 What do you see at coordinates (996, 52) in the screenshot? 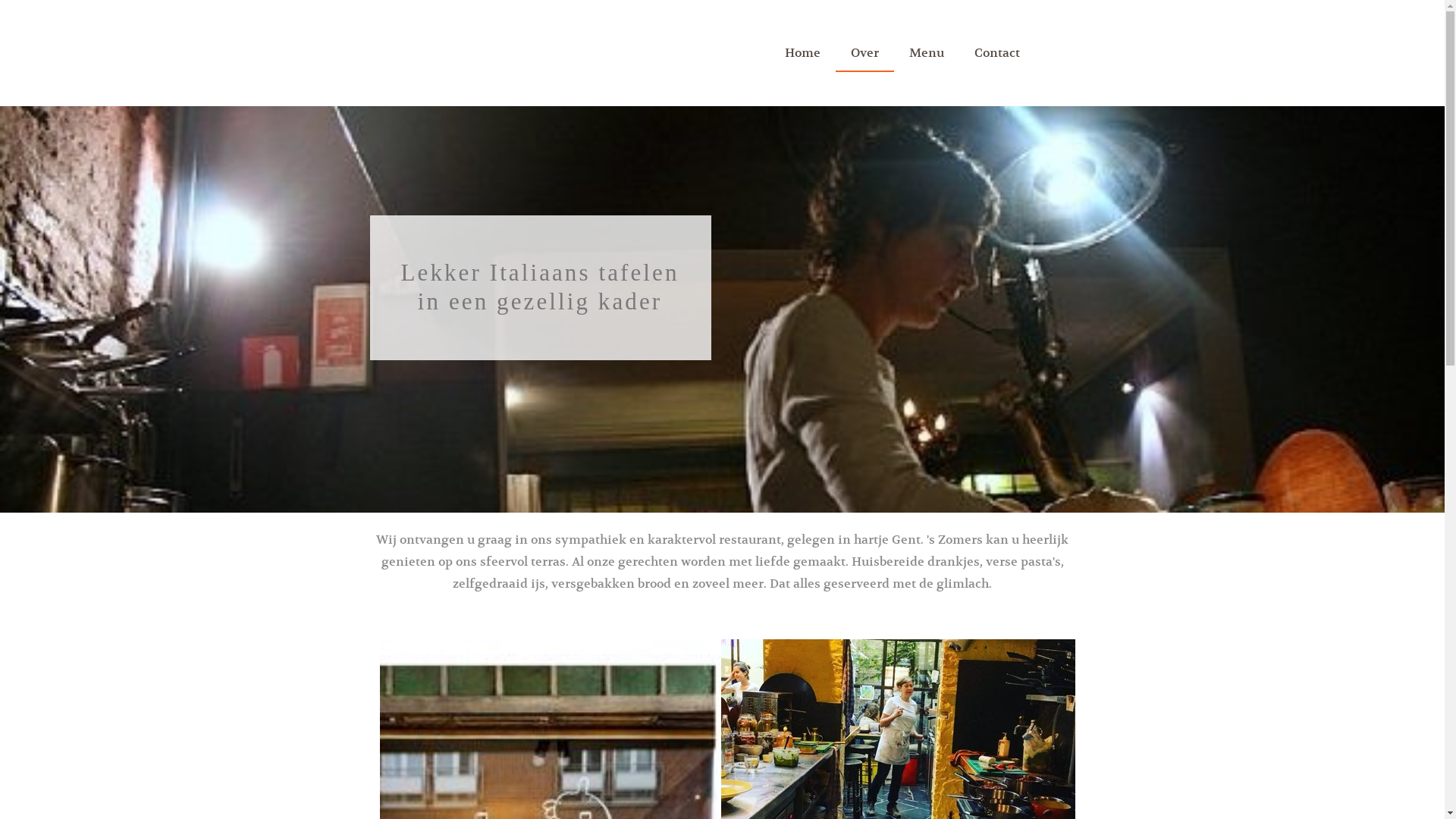
I see `'Contact'` at bounding box center [996, 52].